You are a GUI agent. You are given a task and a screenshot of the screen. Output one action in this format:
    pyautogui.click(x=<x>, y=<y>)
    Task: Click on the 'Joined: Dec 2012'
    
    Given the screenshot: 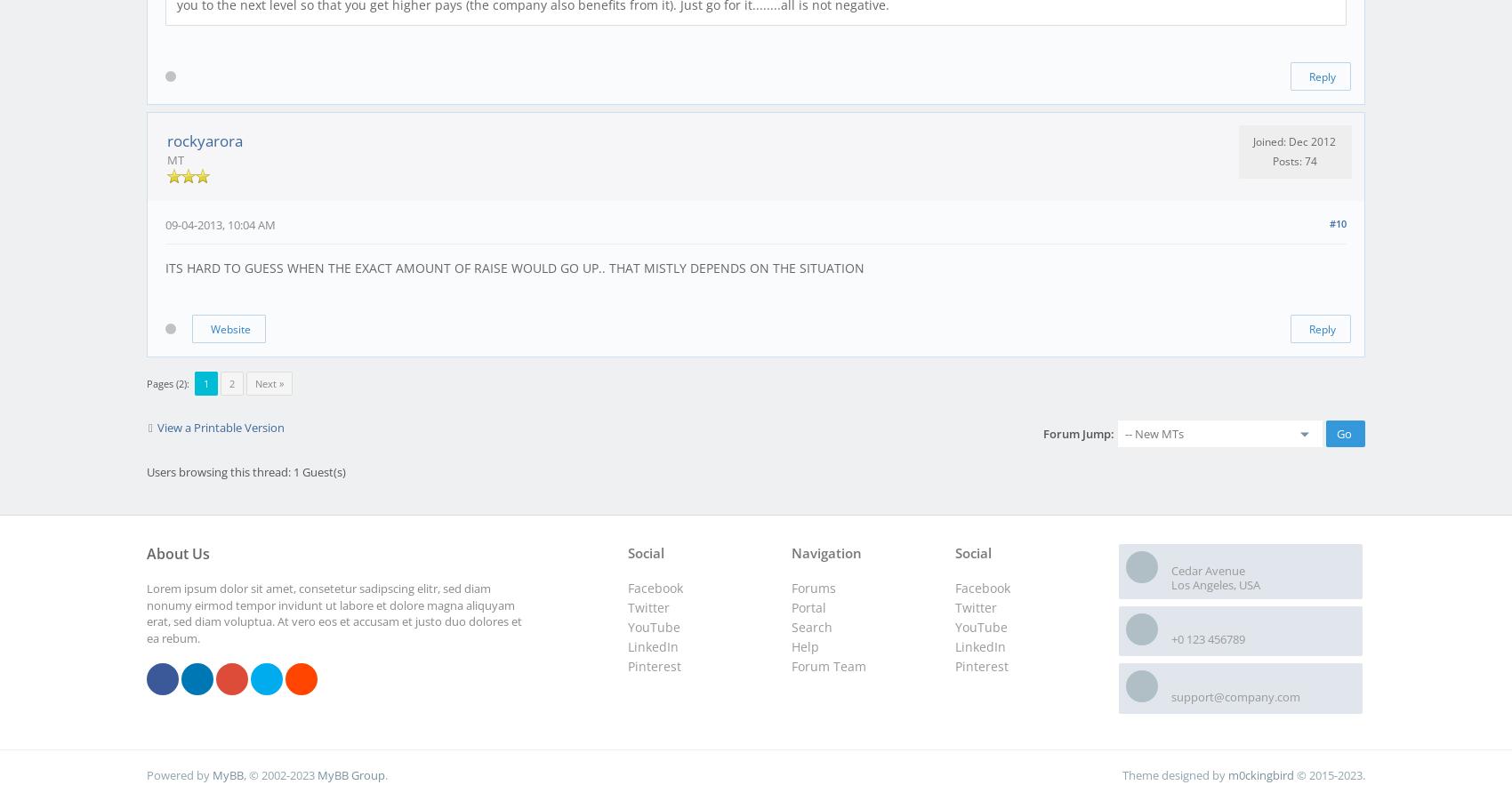 What is the action you would take?
    pyautogui.click(x=1293, y=140)
    